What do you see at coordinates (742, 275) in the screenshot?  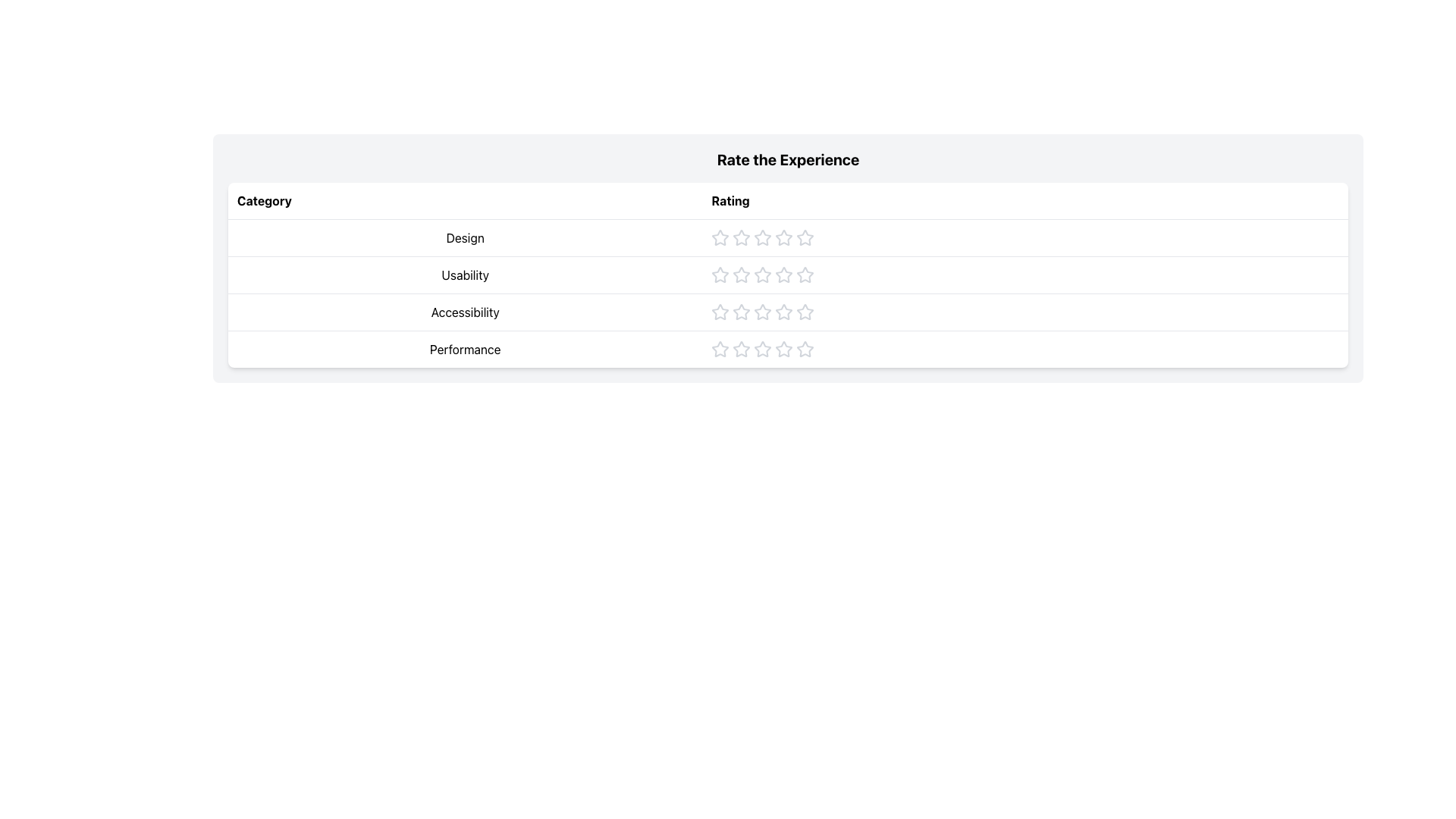 I see `the second star button in the 'Rate the Experience' table under the 'Usability' category` at bounding box center [742, 275].